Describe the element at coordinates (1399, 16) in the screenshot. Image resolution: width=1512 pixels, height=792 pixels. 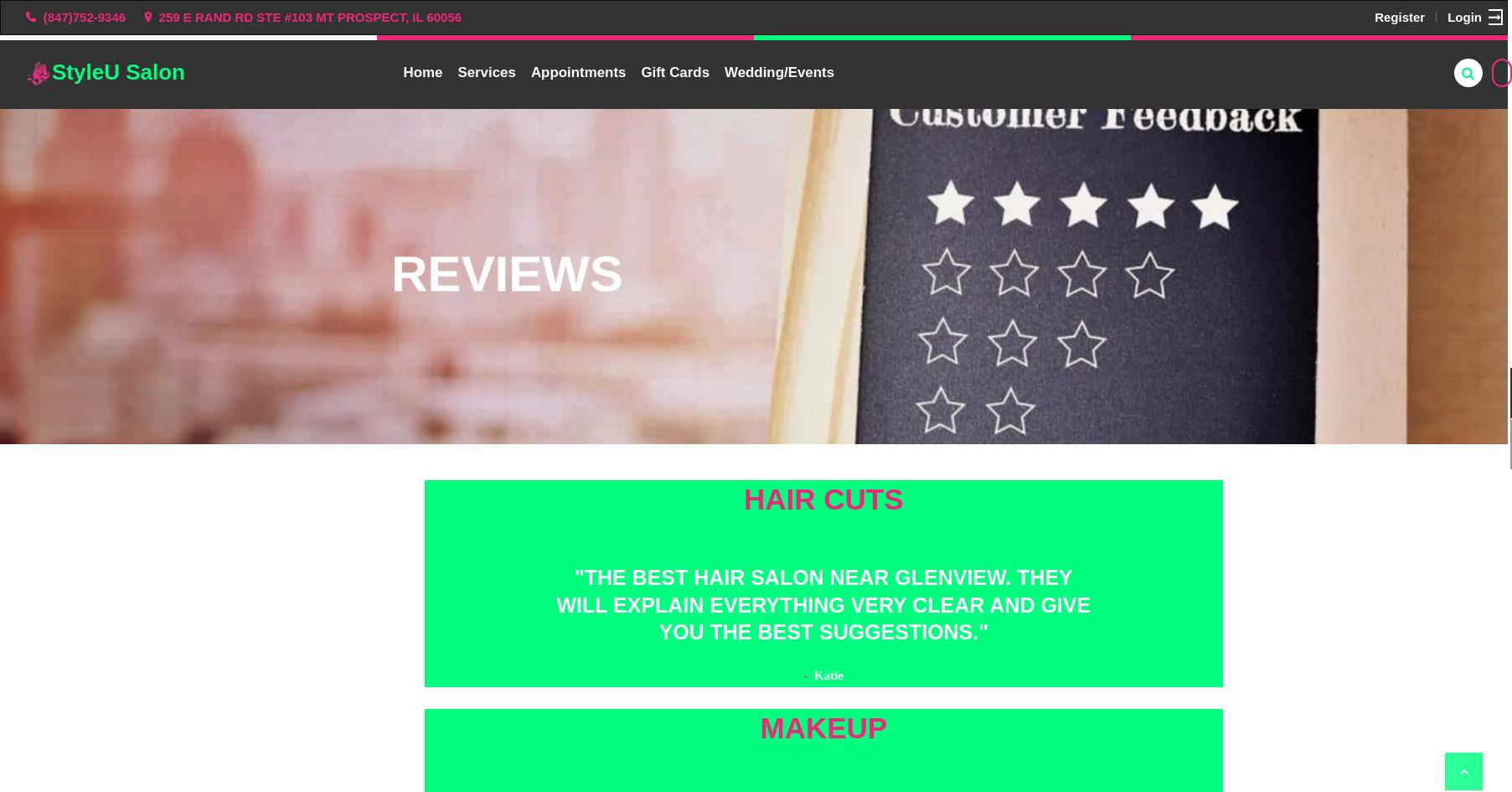
I see `'Register'` at that location.